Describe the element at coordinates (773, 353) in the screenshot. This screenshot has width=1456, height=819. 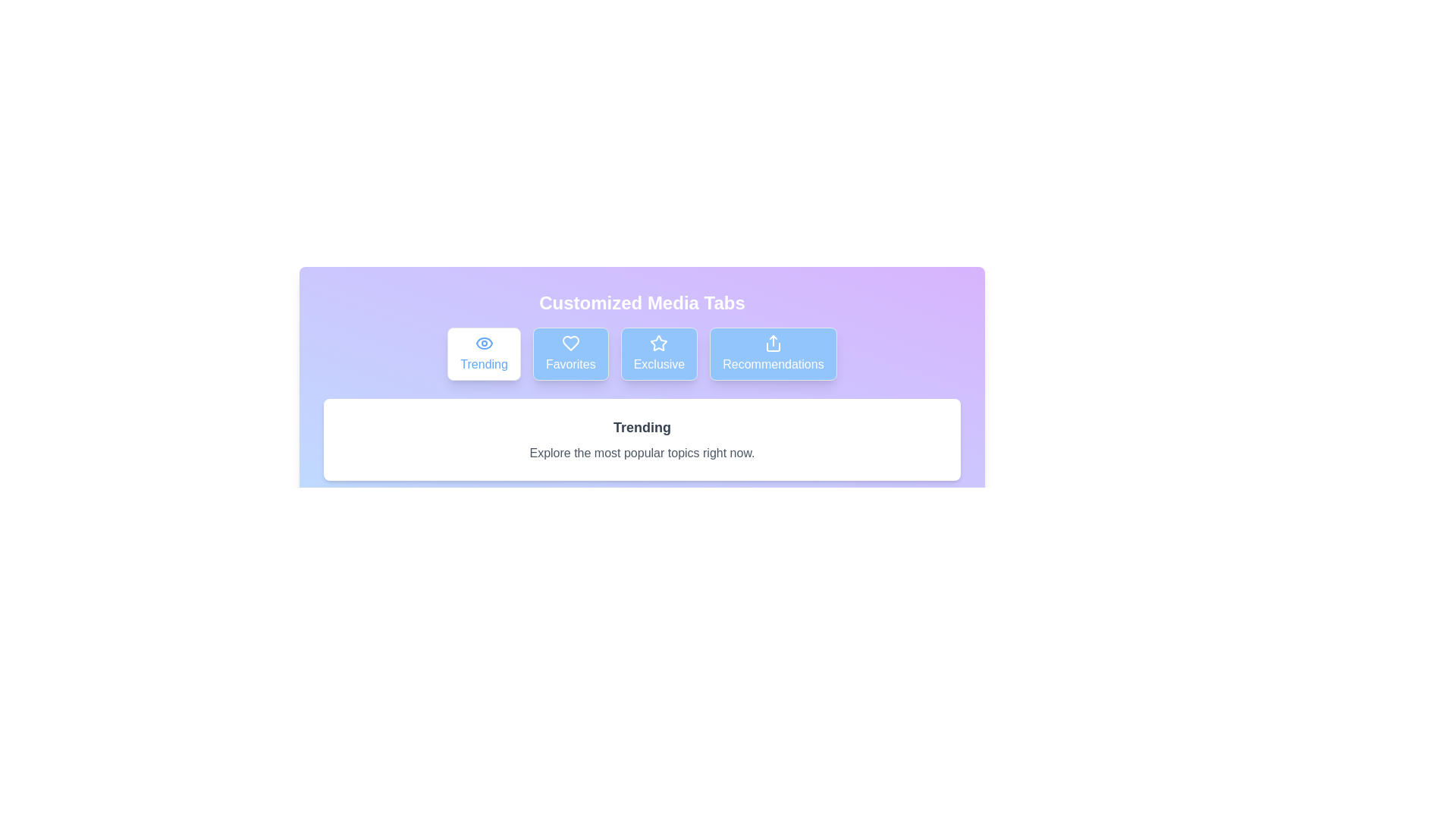
I see `the Recommendations tab` at that location.